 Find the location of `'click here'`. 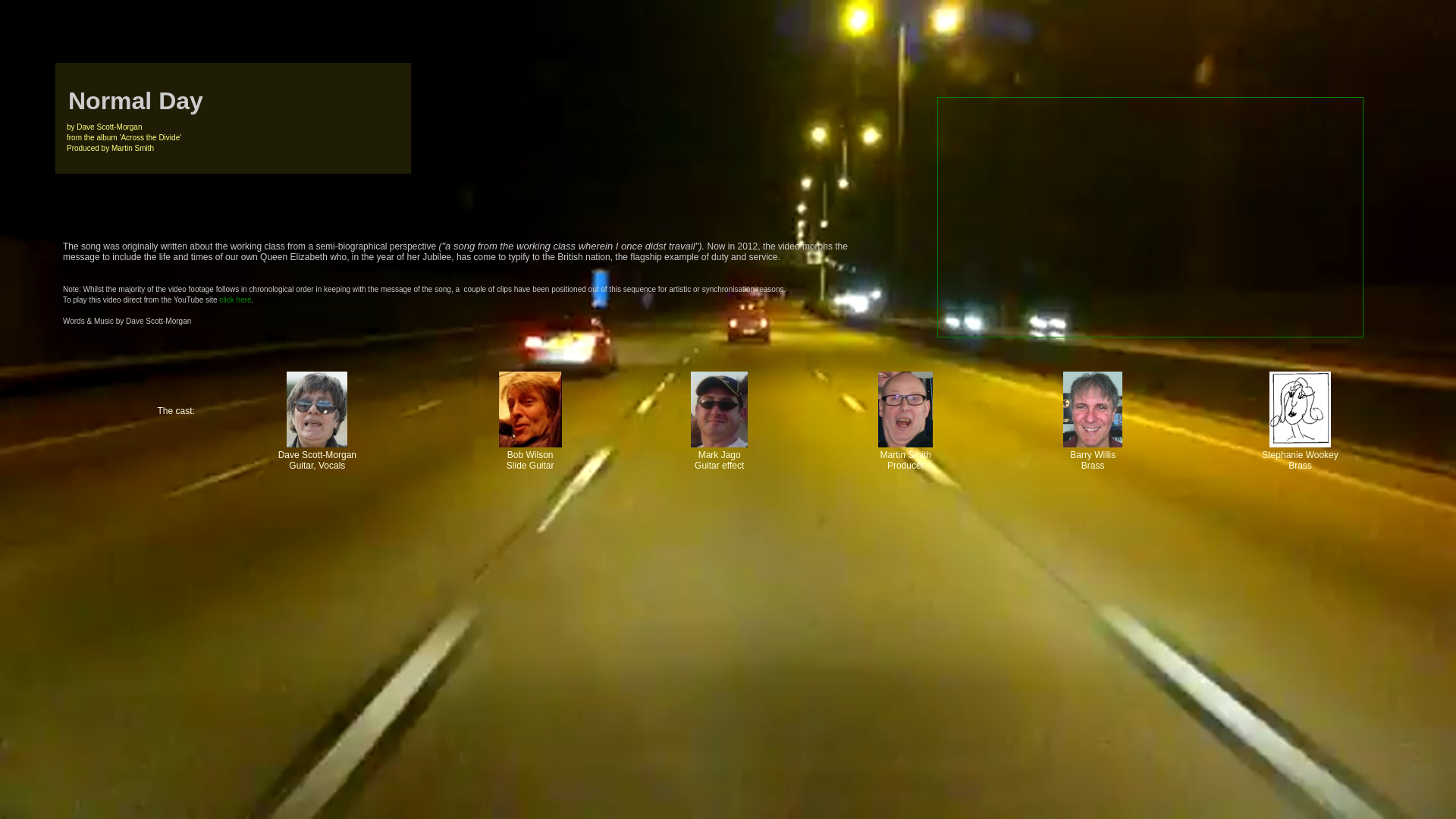

'click here' is located at coordinates (234, 299).